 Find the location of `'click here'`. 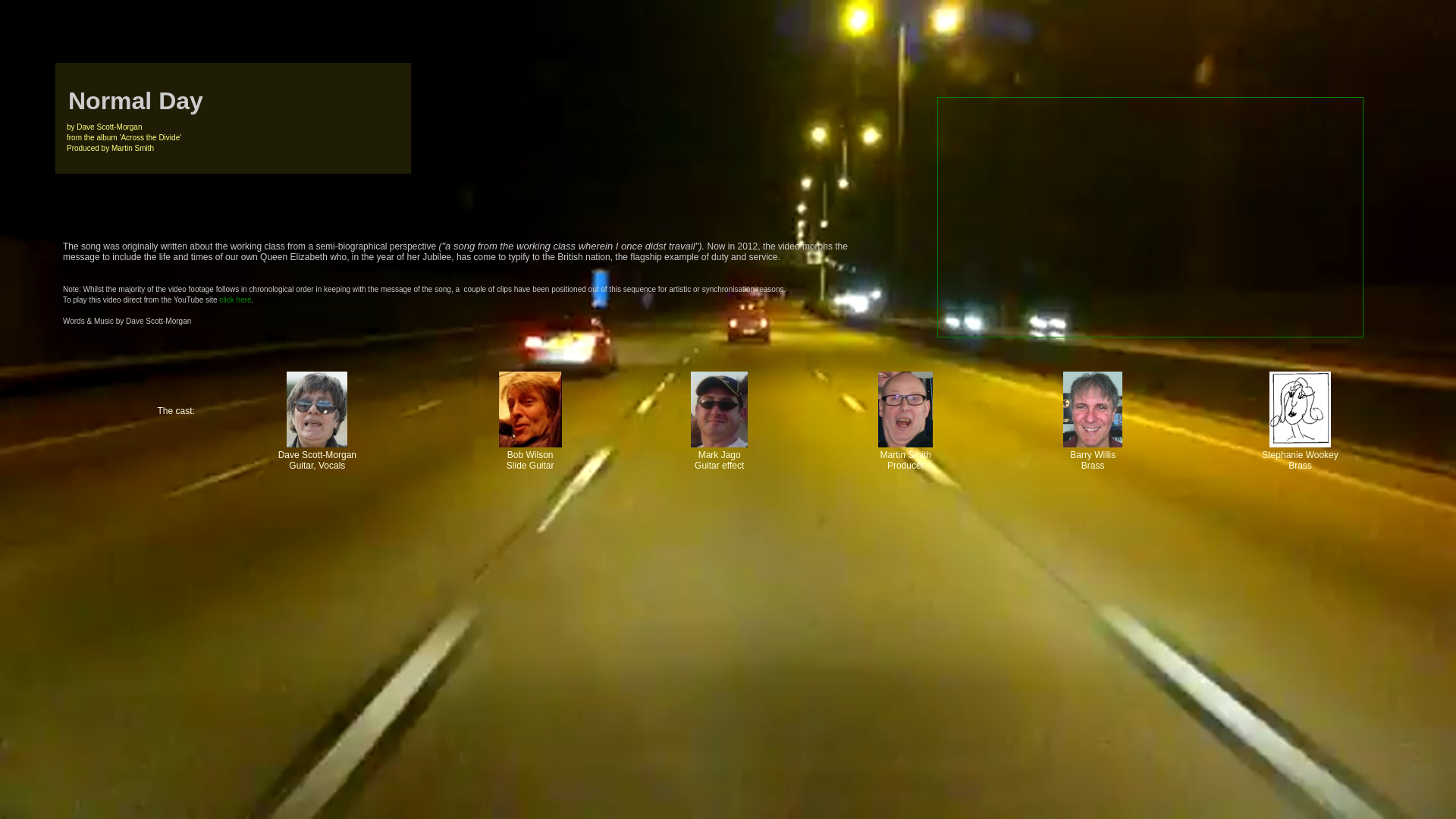

'click here' is located at coordinates (234, 299).